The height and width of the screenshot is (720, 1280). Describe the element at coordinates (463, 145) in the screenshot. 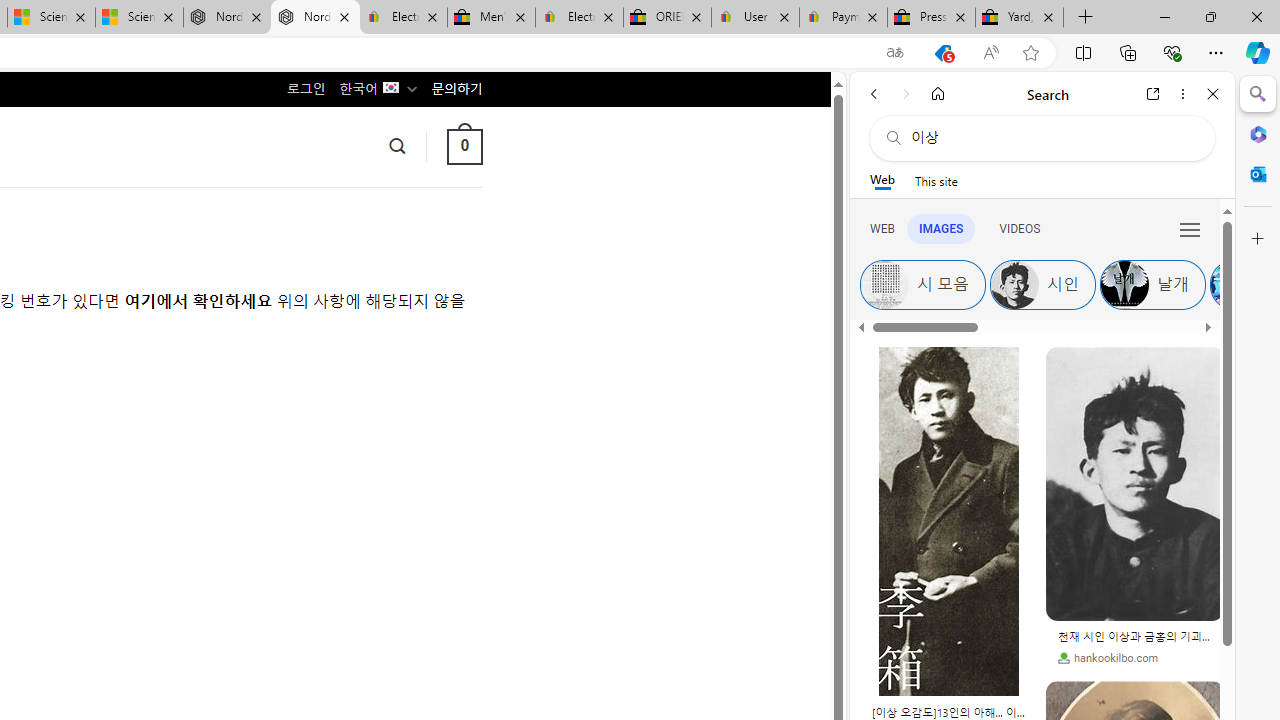

I see `' 0 '` at that location.